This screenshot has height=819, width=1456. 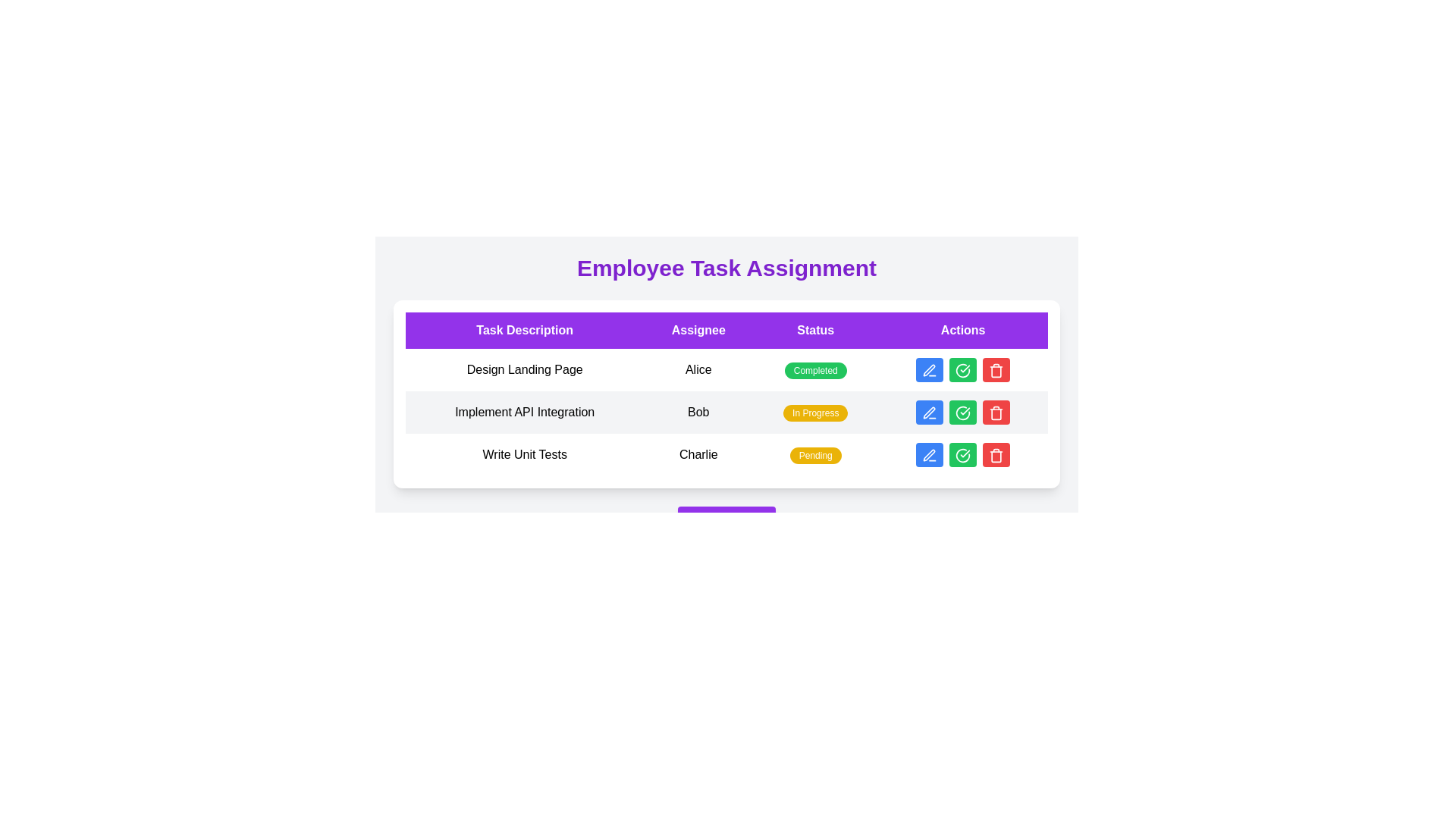 What do you see at coordinates (928, 454) in the screenshot?
I see `the pen-shaped icon representing the edit action in the 'Actions' column of the 'Write Unit Tests' row` at bounding box center [928, 454].